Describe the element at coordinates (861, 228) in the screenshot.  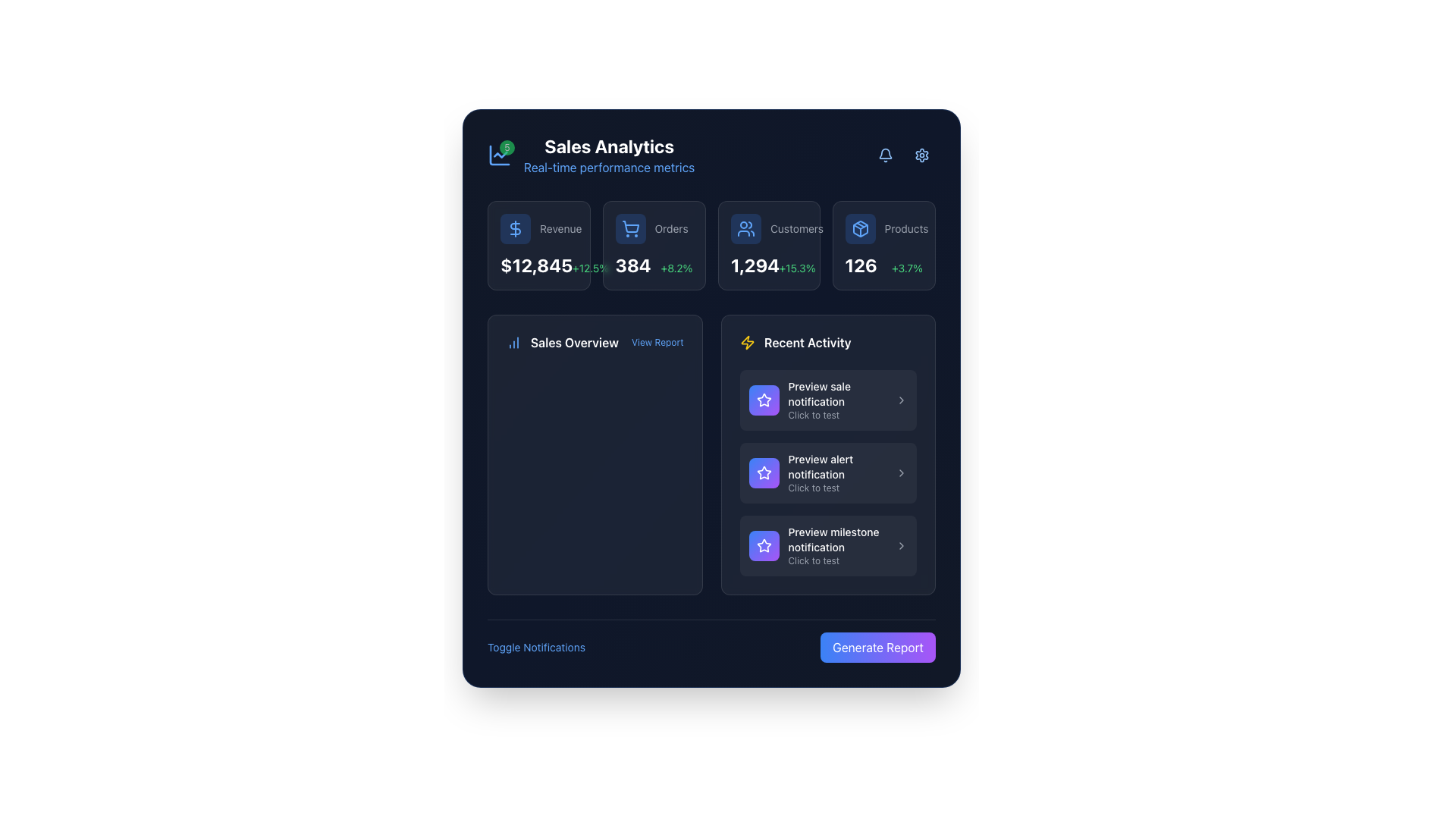
I see `the decorative icon in the top-right section of the 'Products' card, which visually reinforces the product-related statistics` at that location.